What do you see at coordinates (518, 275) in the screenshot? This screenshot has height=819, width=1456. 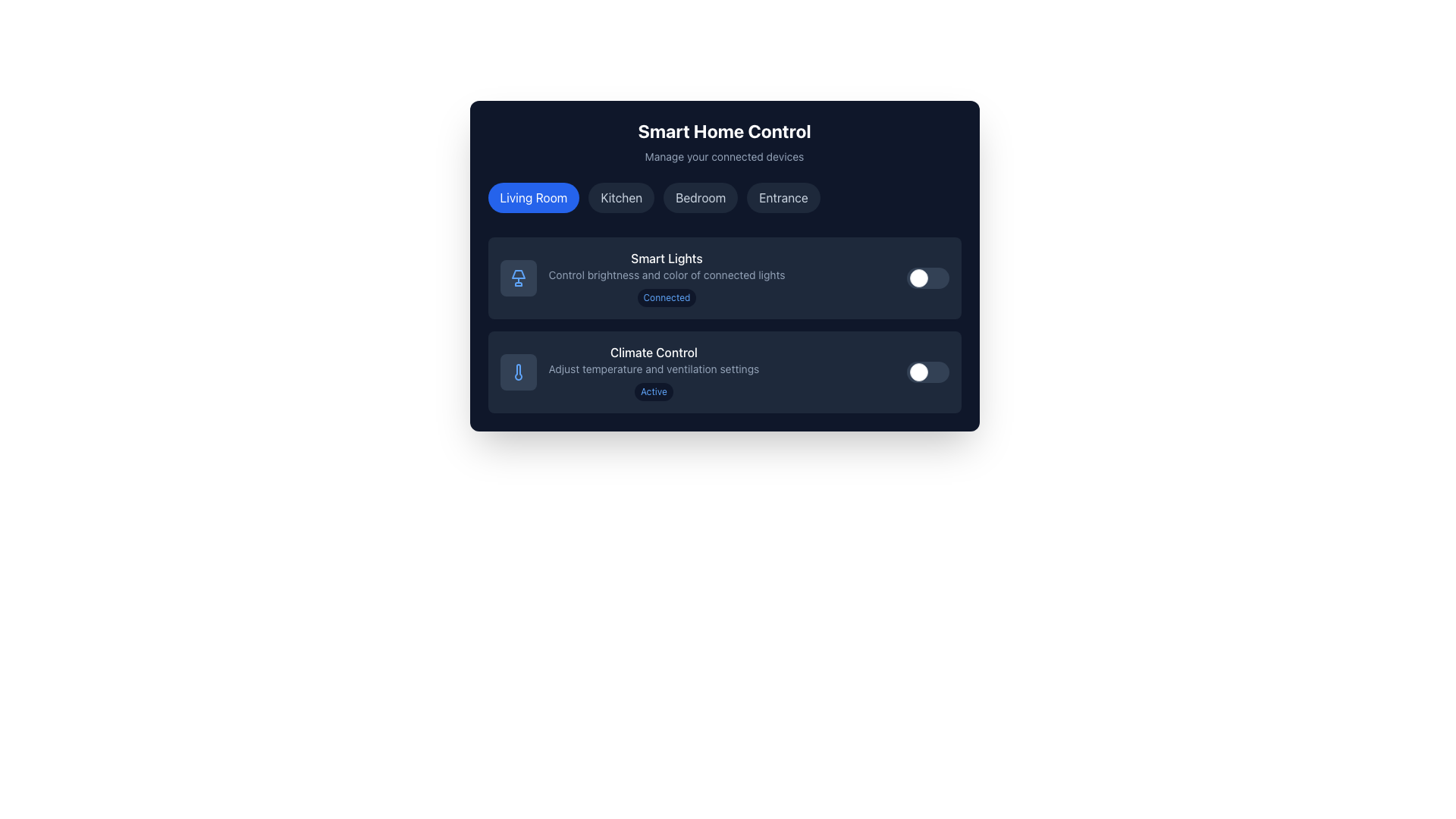 I see `the lighting icon located to the left of the 'Smart Lights' text label in the brightness control section` at bounding box center [518, 275].